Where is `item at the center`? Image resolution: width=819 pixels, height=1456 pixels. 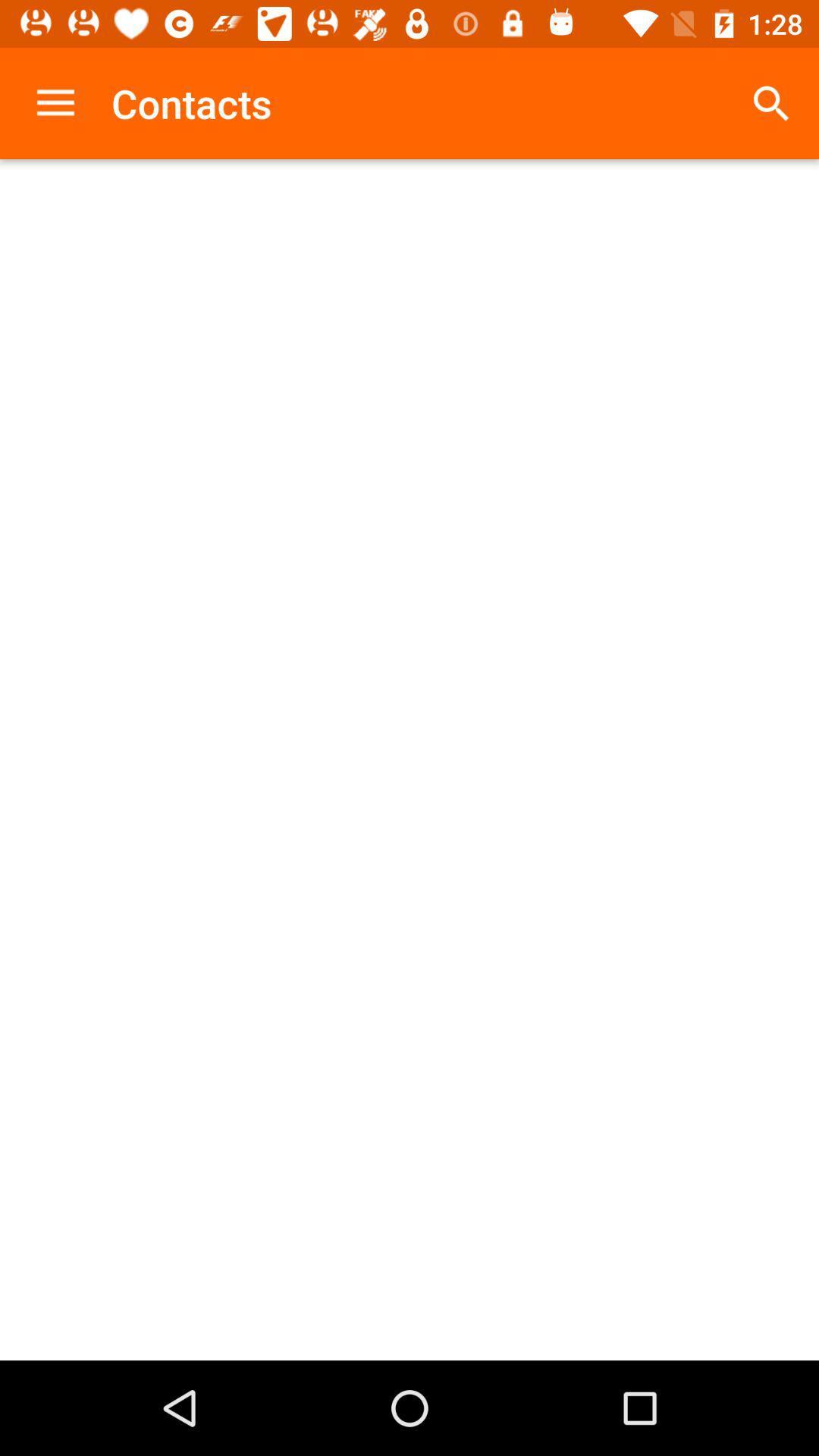
item at the center is located at coordinates (409, 760).